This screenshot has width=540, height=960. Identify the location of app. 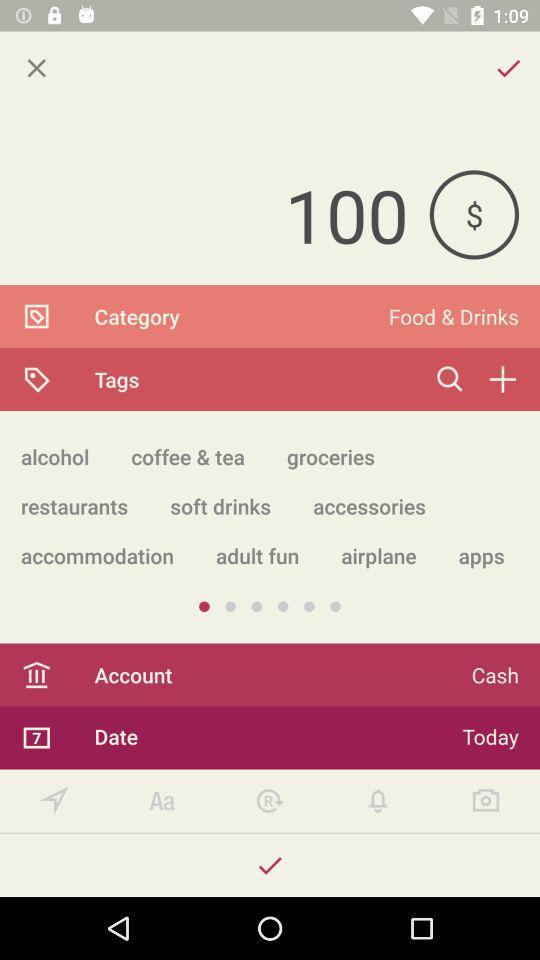
(36, 68).